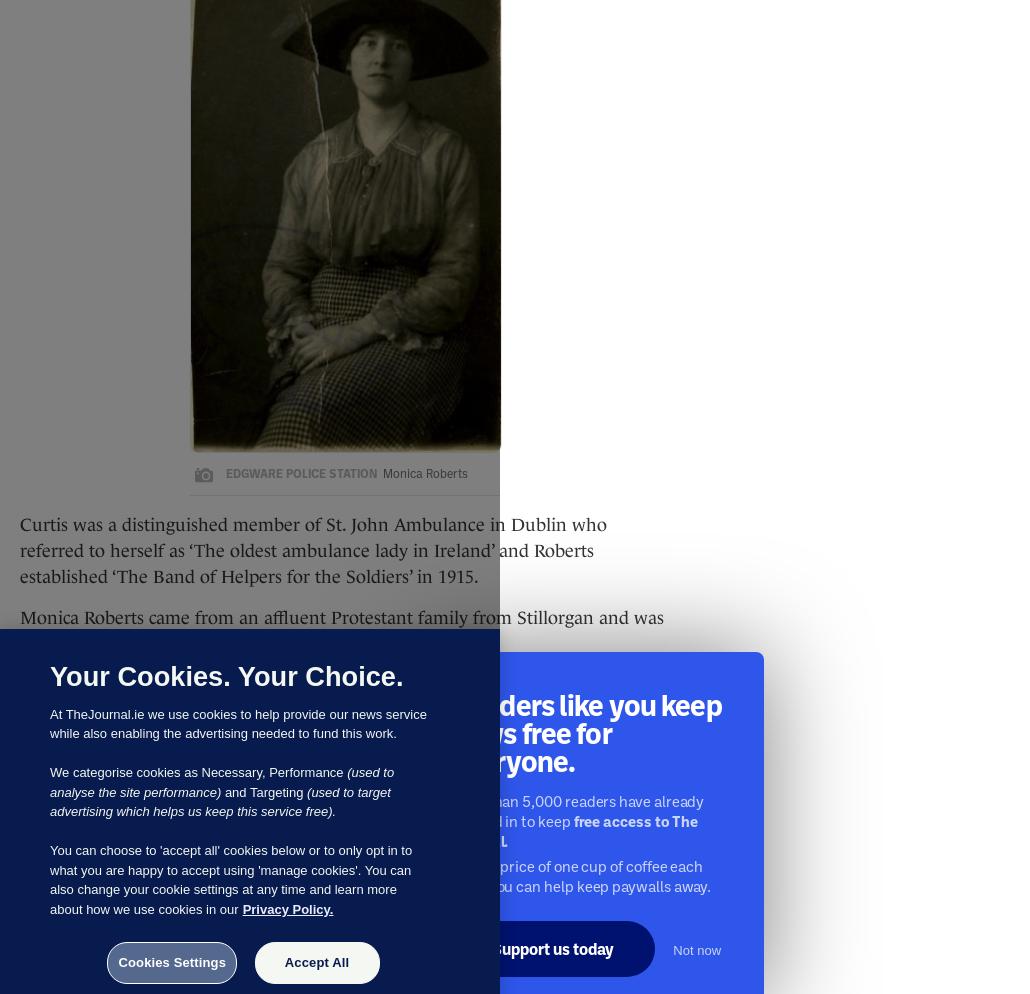 This screenshot has width=1030, height=994. What do you see at coordinates (424, 471) in the screenshot?
I see `'Monica Roberts'` at bounding box center [424, 471].